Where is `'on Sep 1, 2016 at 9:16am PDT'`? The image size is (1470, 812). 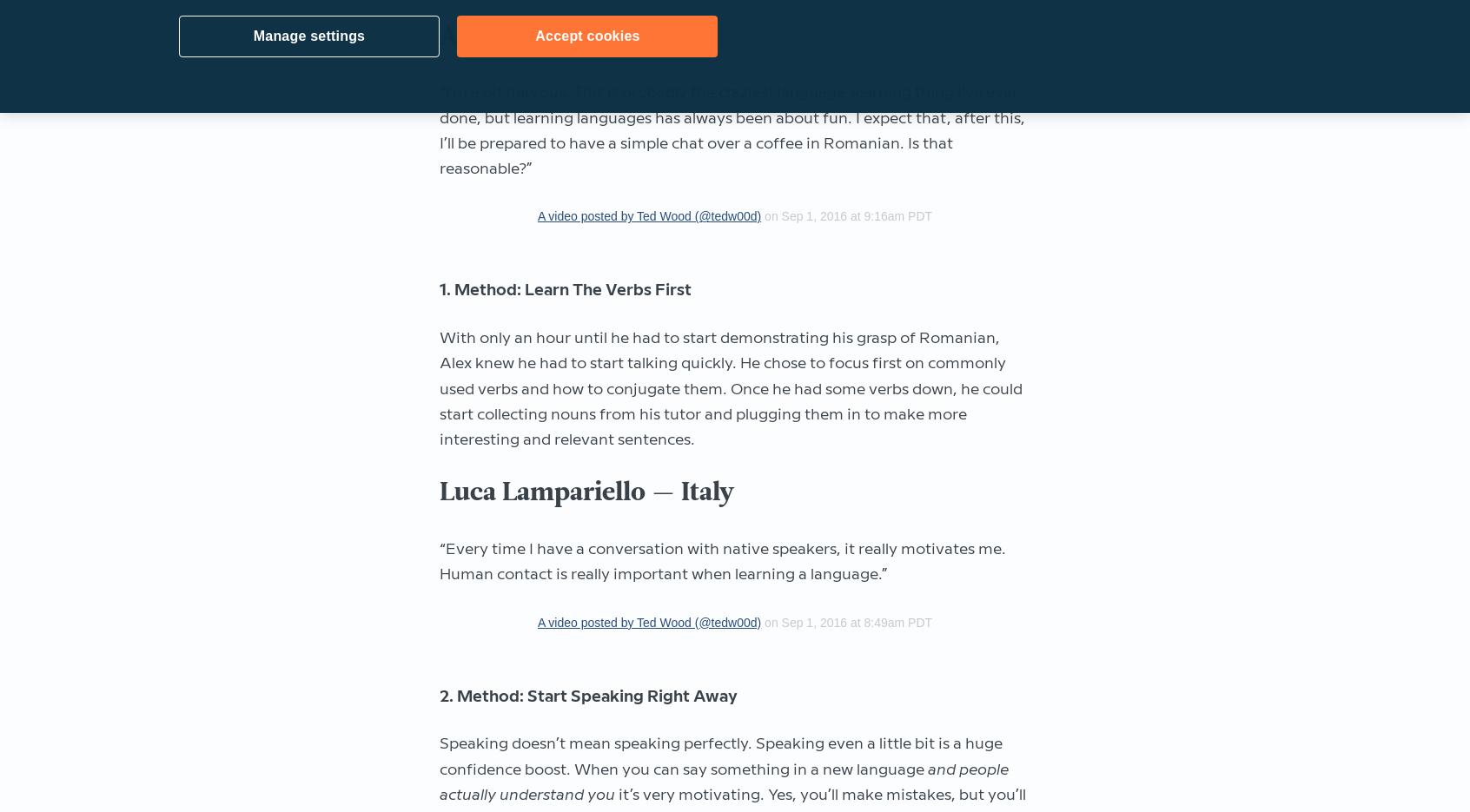 'on Sep 1, 2016 at 9:16am PDT' is located at coordinates (759, 215).